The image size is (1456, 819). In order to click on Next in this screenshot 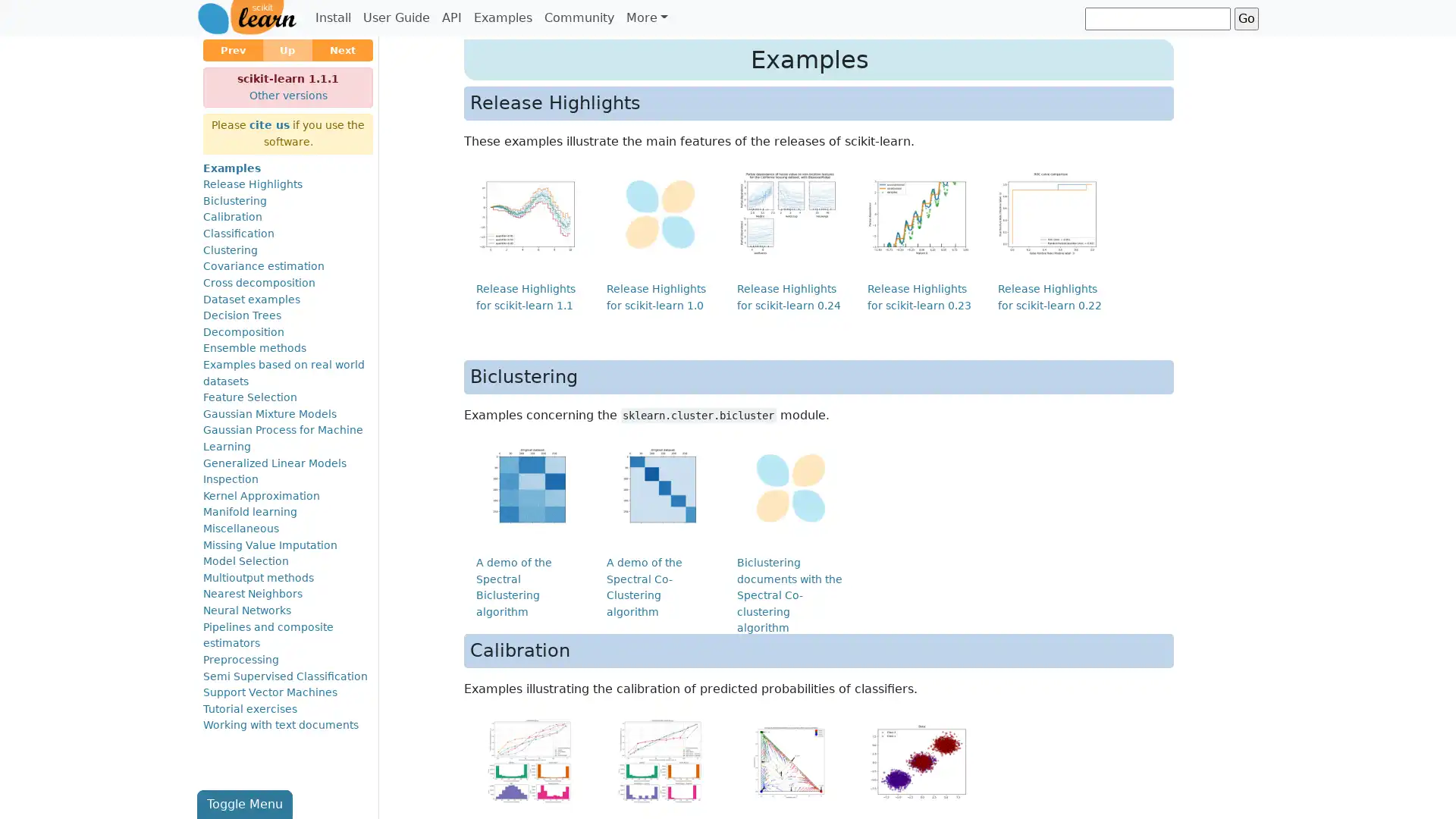, I will do `click(341, 49)`.